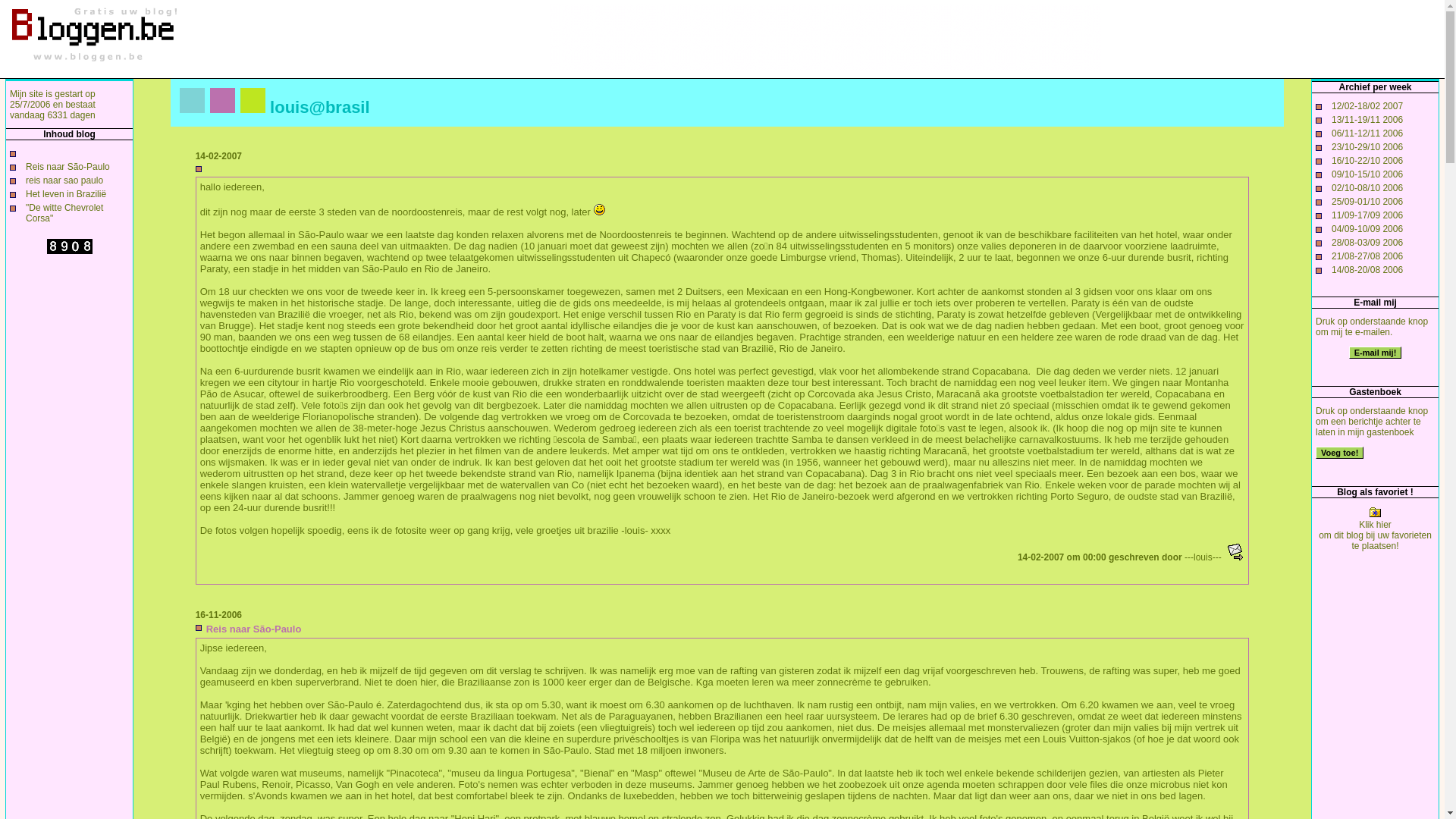 The height and width of the screenshot is (819, 1456). I want to click on '09/10-15/10 2006', so click(1367, 174).